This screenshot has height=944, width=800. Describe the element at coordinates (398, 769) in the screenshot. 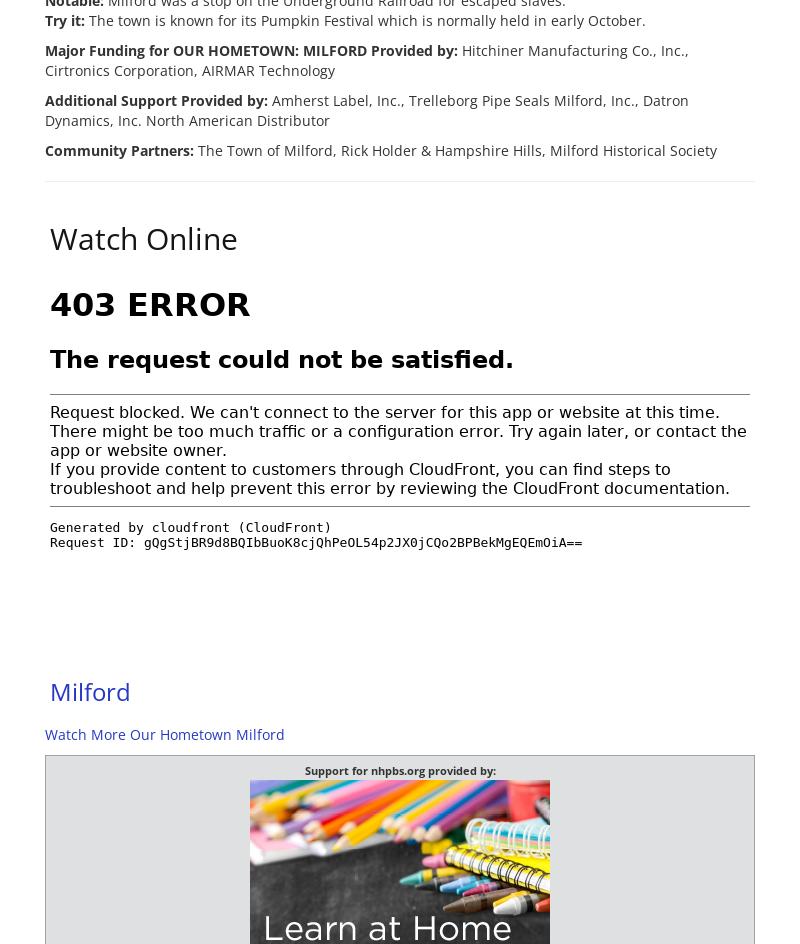

I see `'Support for nhpbs.org provided by:'` at that location.